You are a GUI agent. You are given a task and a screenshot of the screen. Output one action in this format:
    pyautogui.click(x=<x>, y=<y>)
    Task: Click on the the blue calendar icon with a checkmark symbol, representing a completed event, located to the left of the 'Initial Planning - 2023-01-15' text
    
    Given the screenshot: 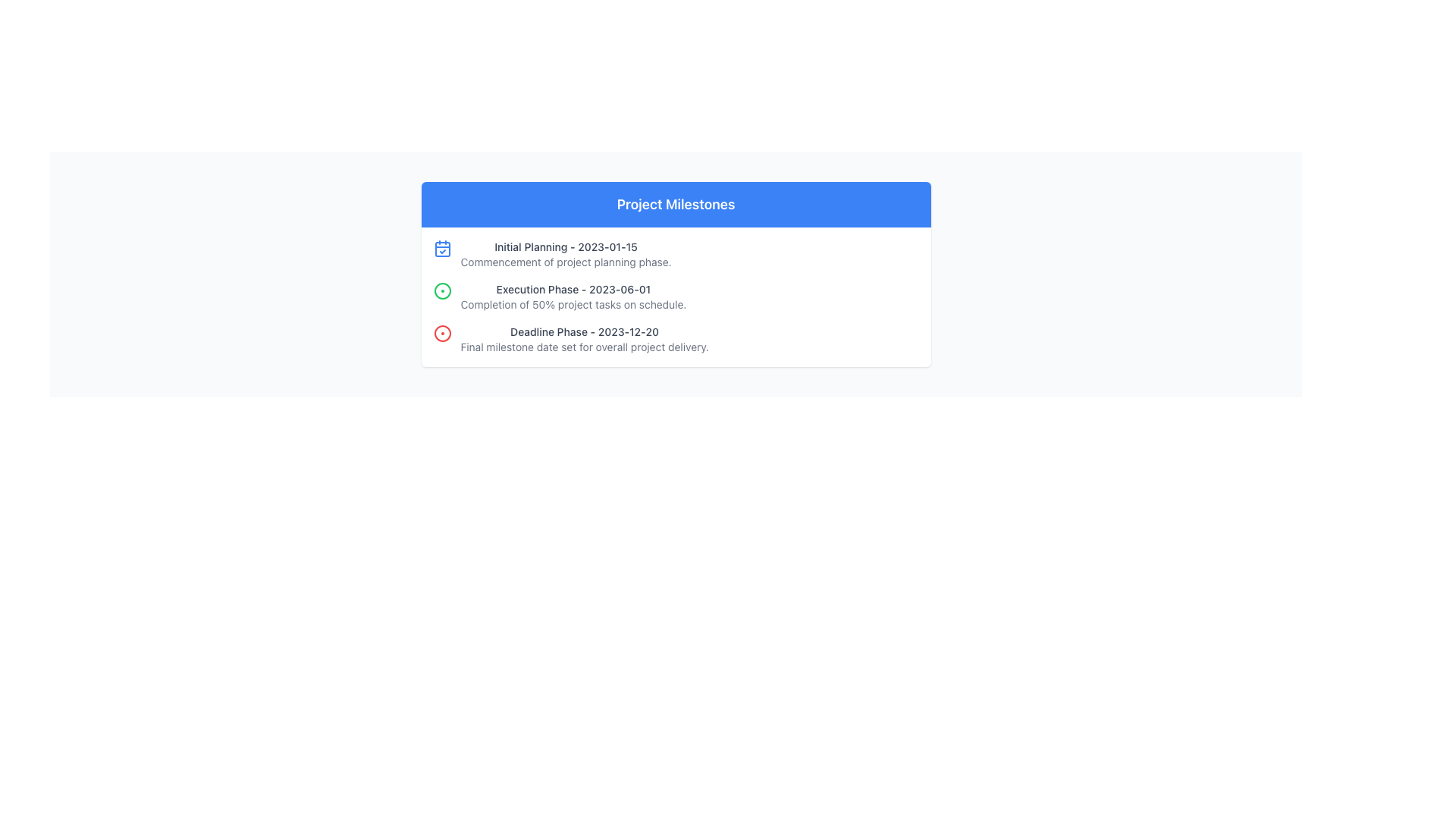 What is the action you would take?
    pyautogui.click(x=441, y=247)
    